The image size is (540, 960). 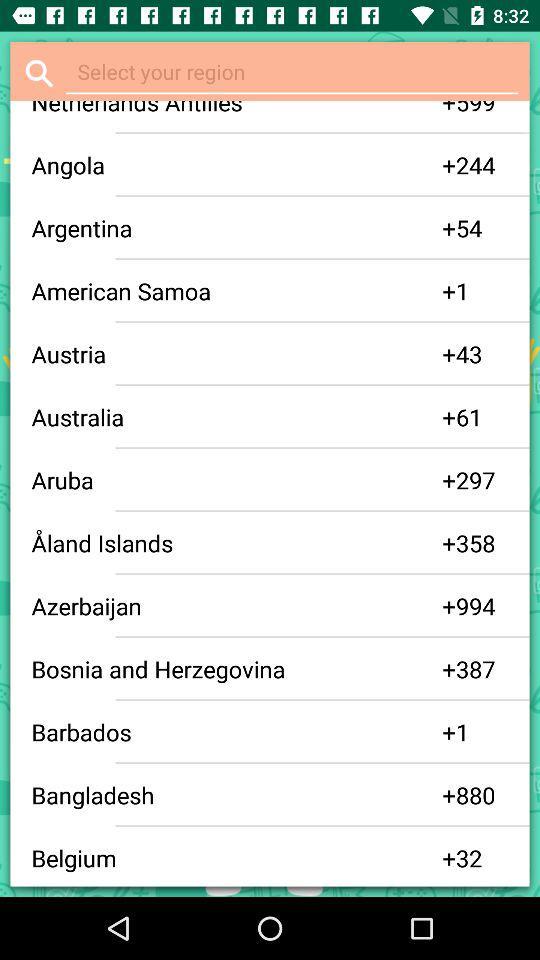 What do you see at coordinates (481, 669) in the screenshot?
I see `the 387 icon` at bounding box center [481, 669].